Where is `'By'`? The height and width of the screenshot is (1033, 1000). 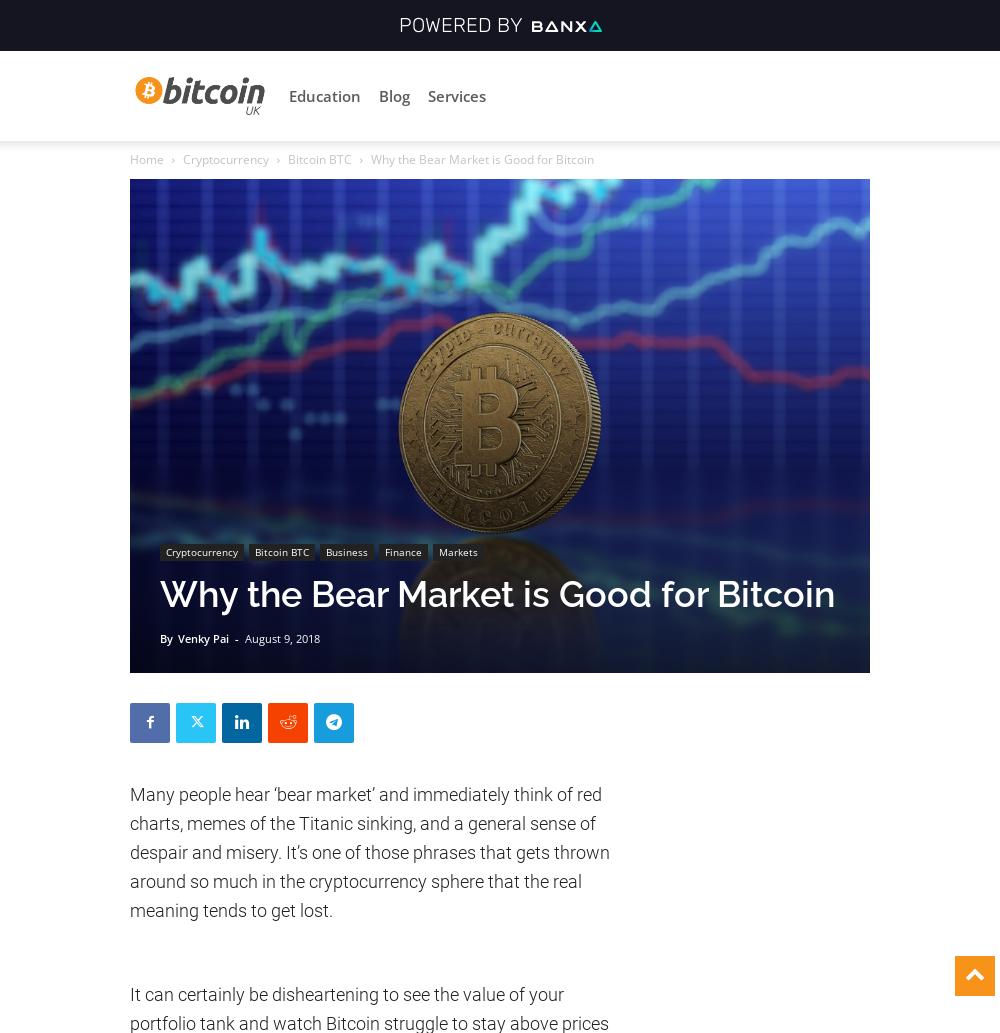
'By' is located at coordinates (160, 636).